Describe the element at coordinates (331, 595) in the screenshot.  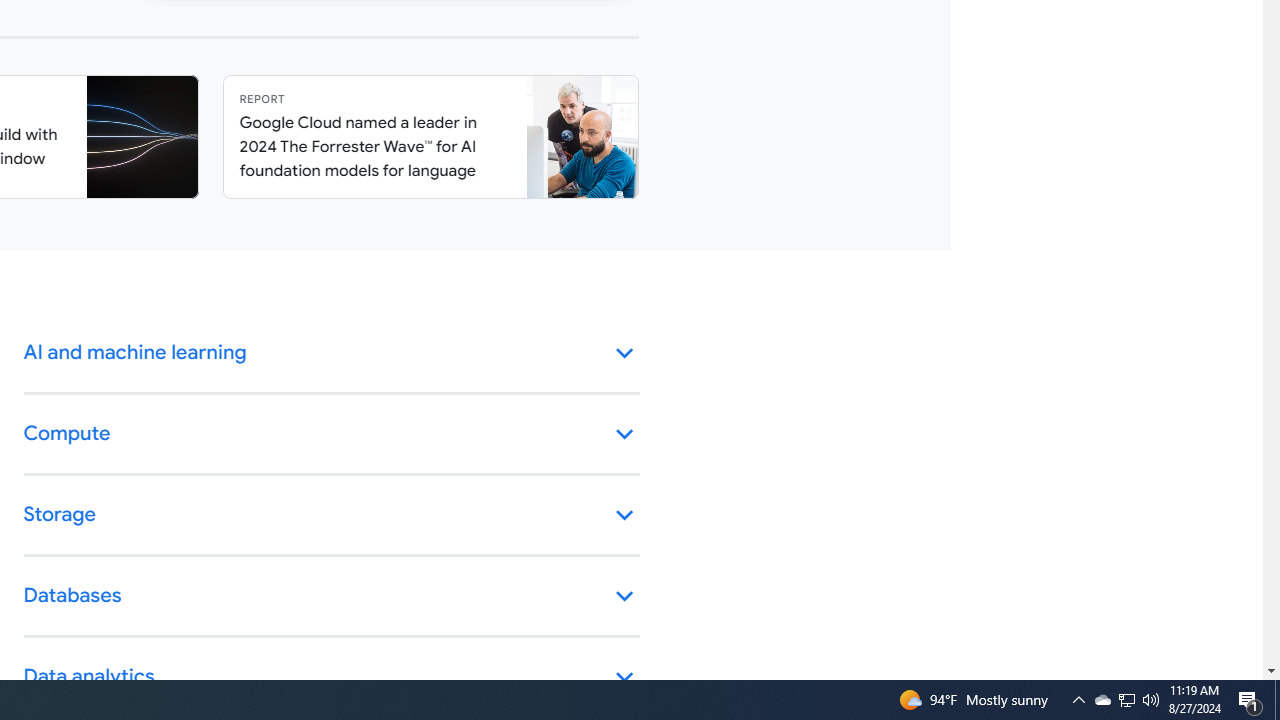
I see `'Databases keyboard_arrow_down'` at that location.